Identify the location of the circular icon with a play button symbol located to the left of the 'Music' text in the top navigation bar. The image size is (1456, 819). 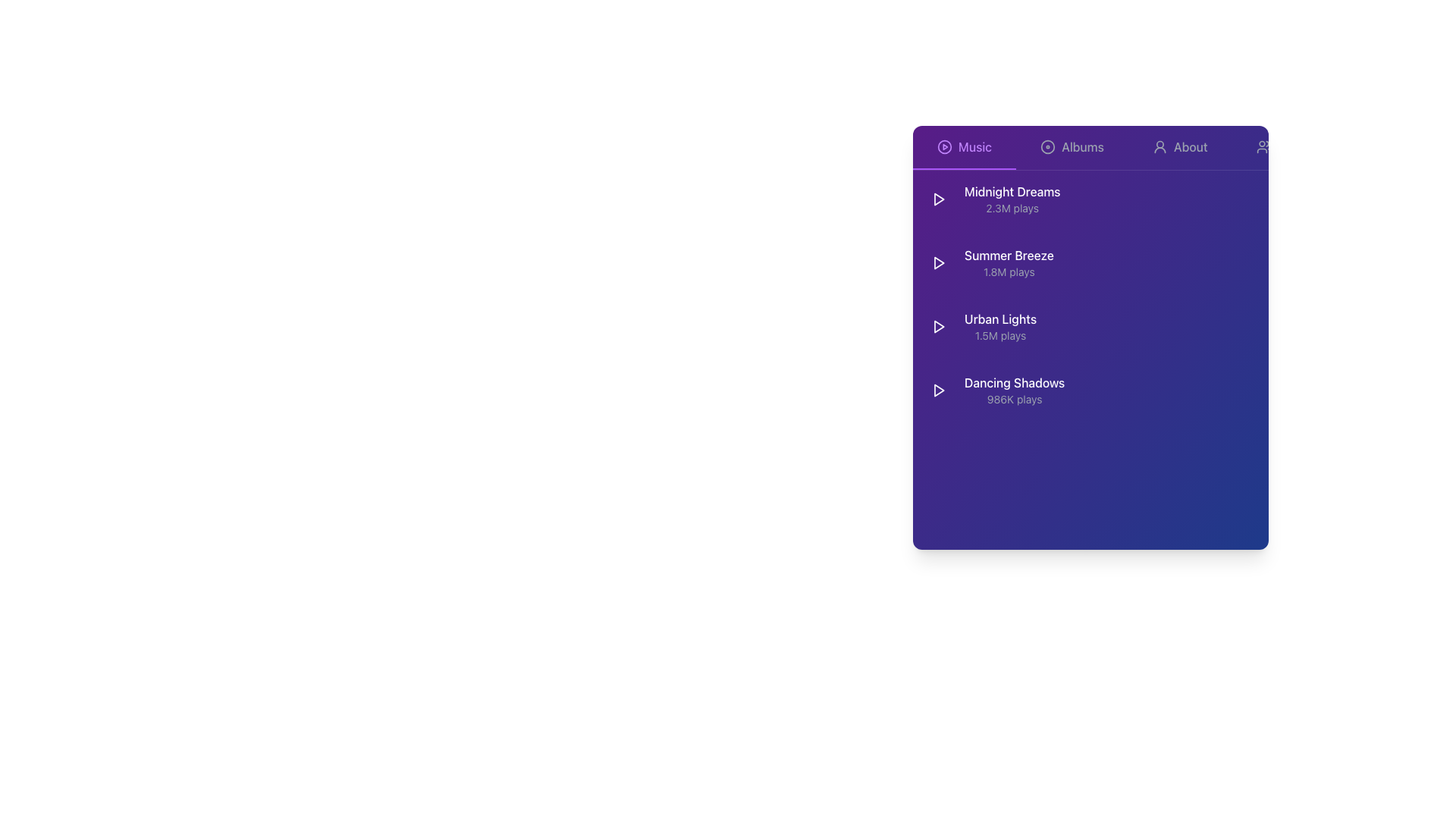
(944, 146).